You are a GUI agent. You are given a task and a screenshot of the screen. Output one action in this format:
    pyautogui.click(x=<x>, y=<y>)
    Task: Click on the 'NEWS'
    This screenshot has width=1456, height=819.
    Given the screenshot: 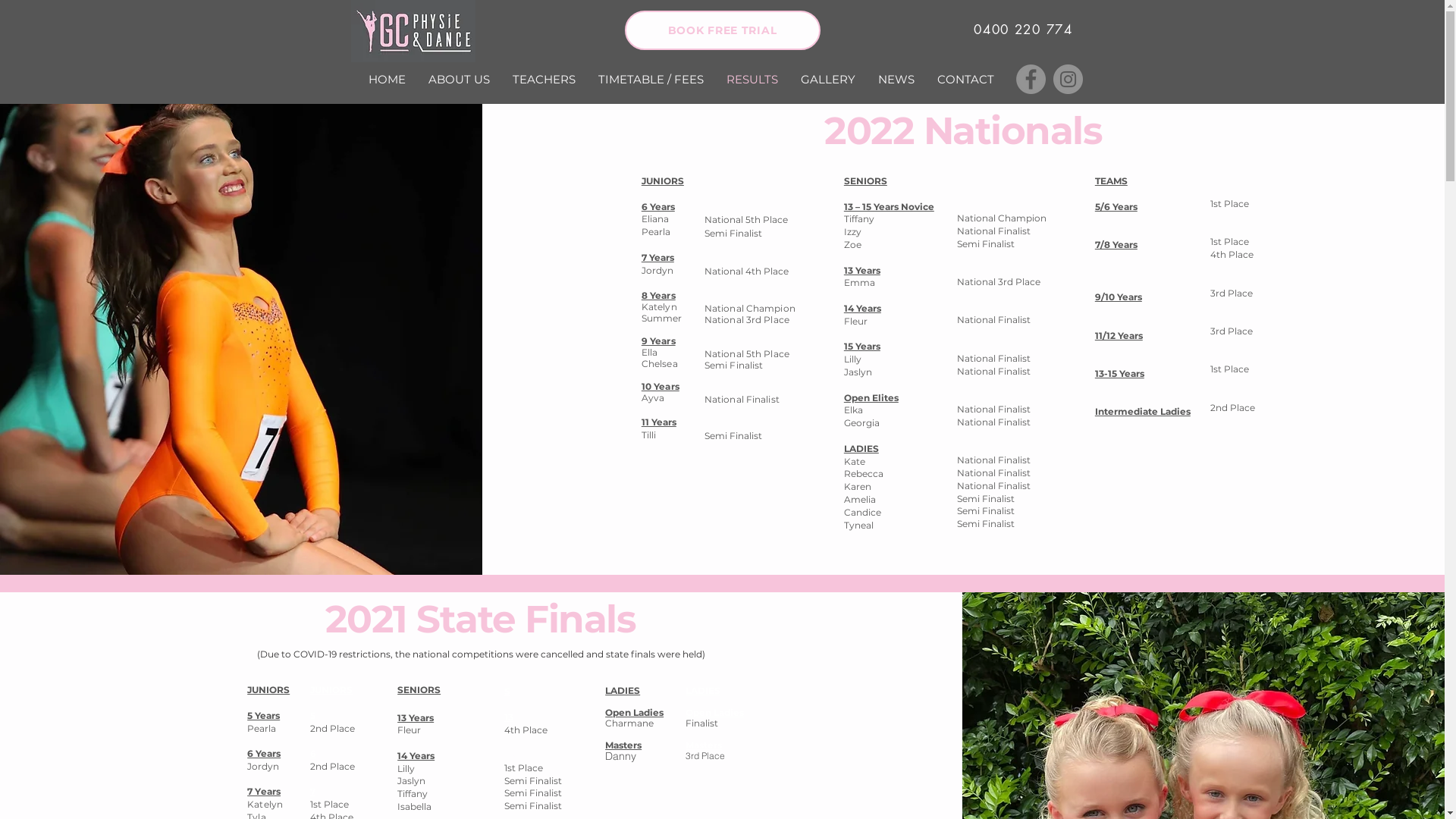 What is the action you would take?
    pyautogui.click(x=895, y=79)
    